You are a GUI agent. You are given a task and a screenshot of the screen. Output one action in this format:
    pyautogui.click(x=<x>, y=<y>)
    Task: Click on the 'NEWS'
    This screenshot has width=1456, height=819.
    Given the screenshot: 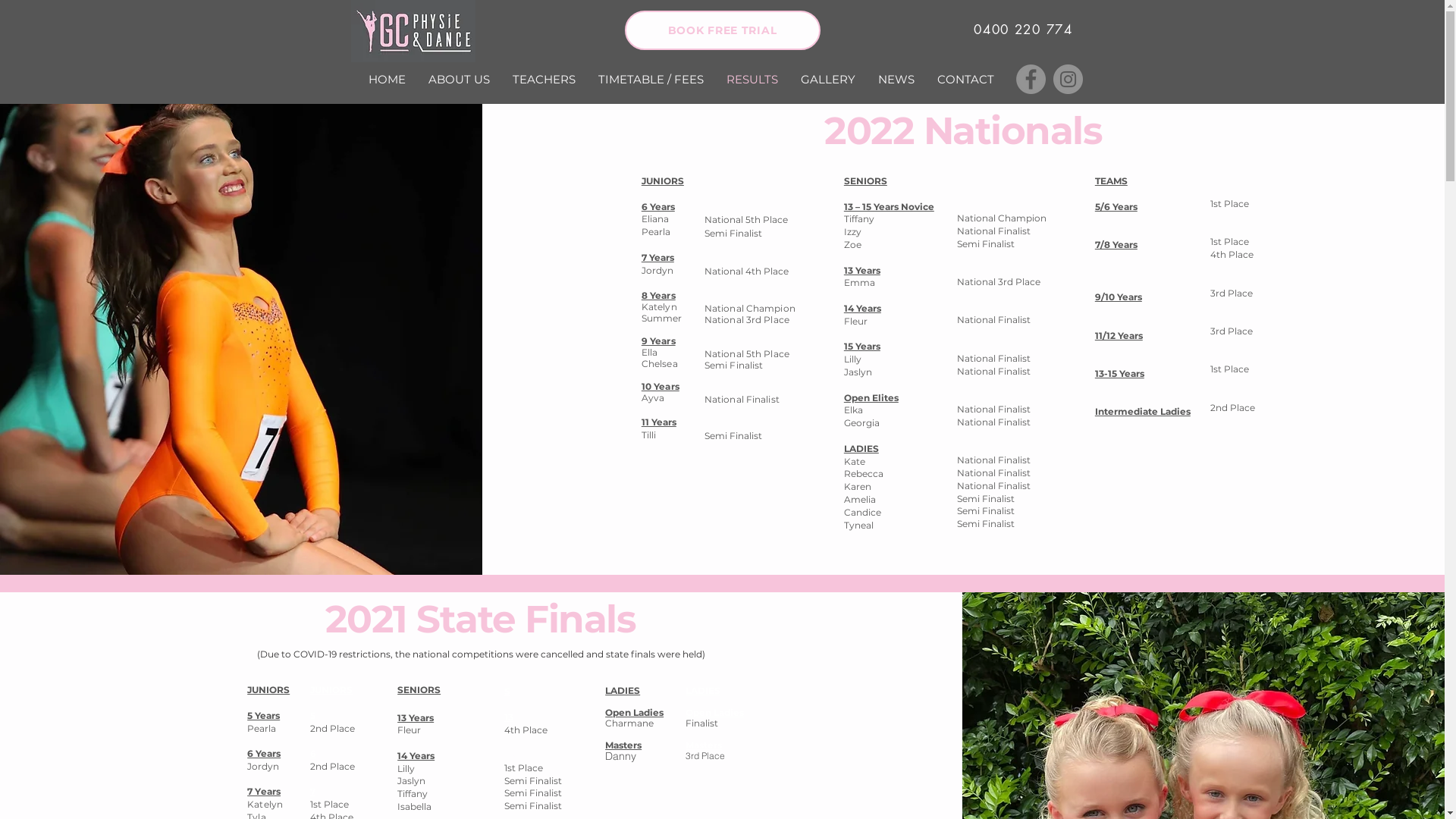 What is the action you would take?
    pyautogui.click(x=895, y=79)
    